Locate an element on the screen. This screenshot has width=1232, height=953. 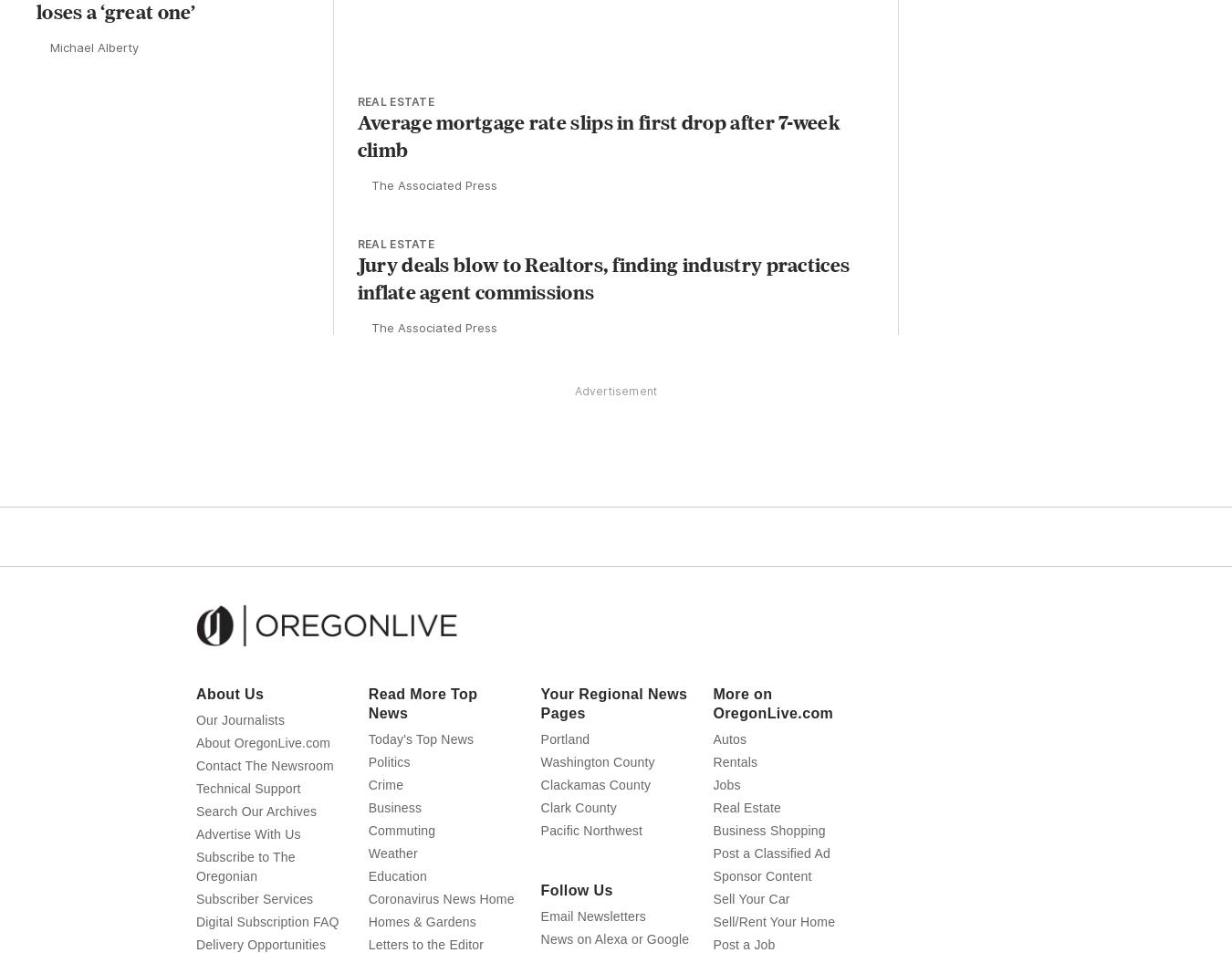
'Business Shopping' is located at coordinates (768, 864).